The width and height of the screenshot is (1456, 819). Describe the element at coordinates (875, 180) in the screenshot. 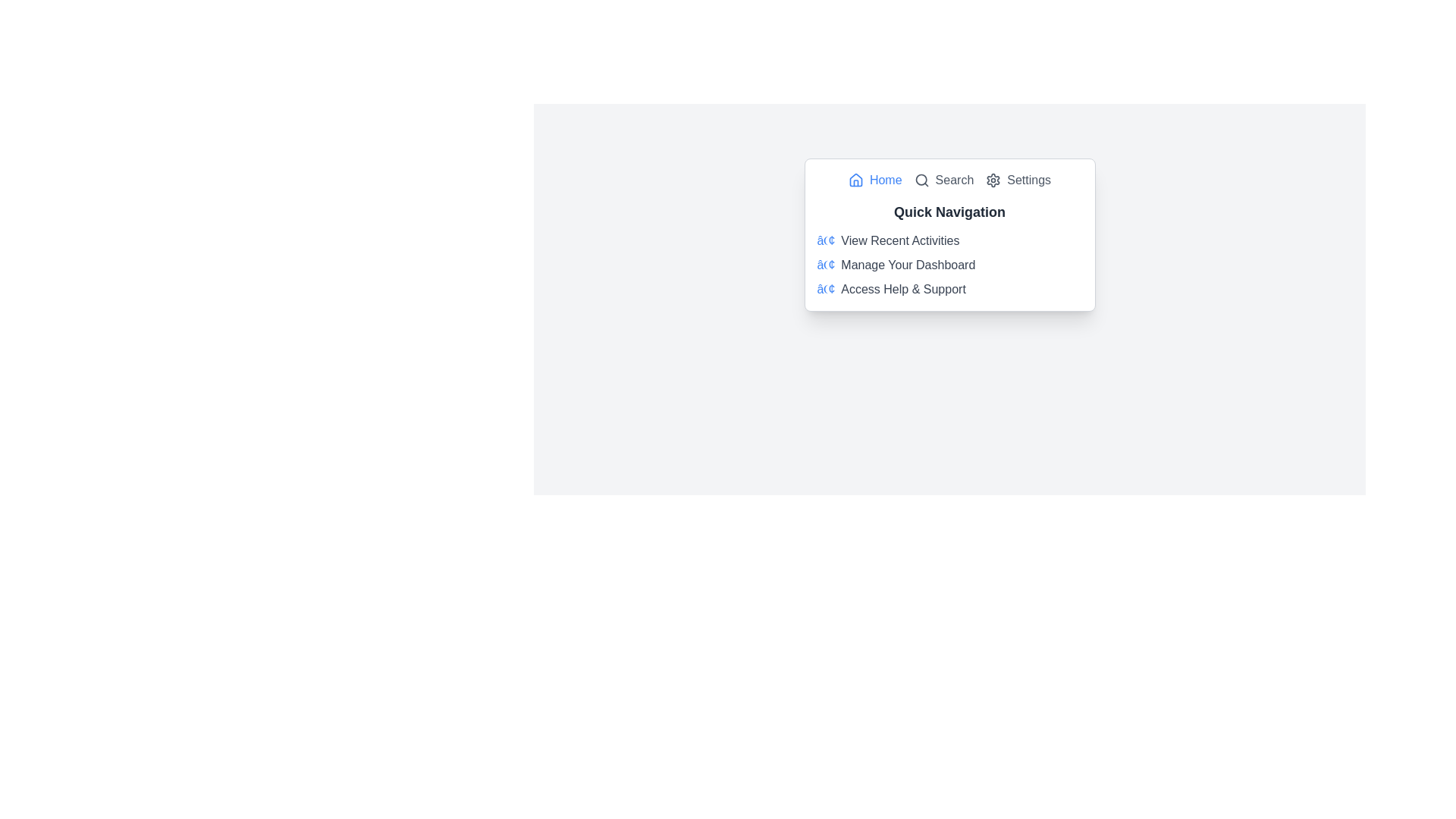

I see `the 'Home' button, which is a blue button featuring a house icon and the text 'Home', located at the top-left corner of the header in a pop-up interface` at that location.